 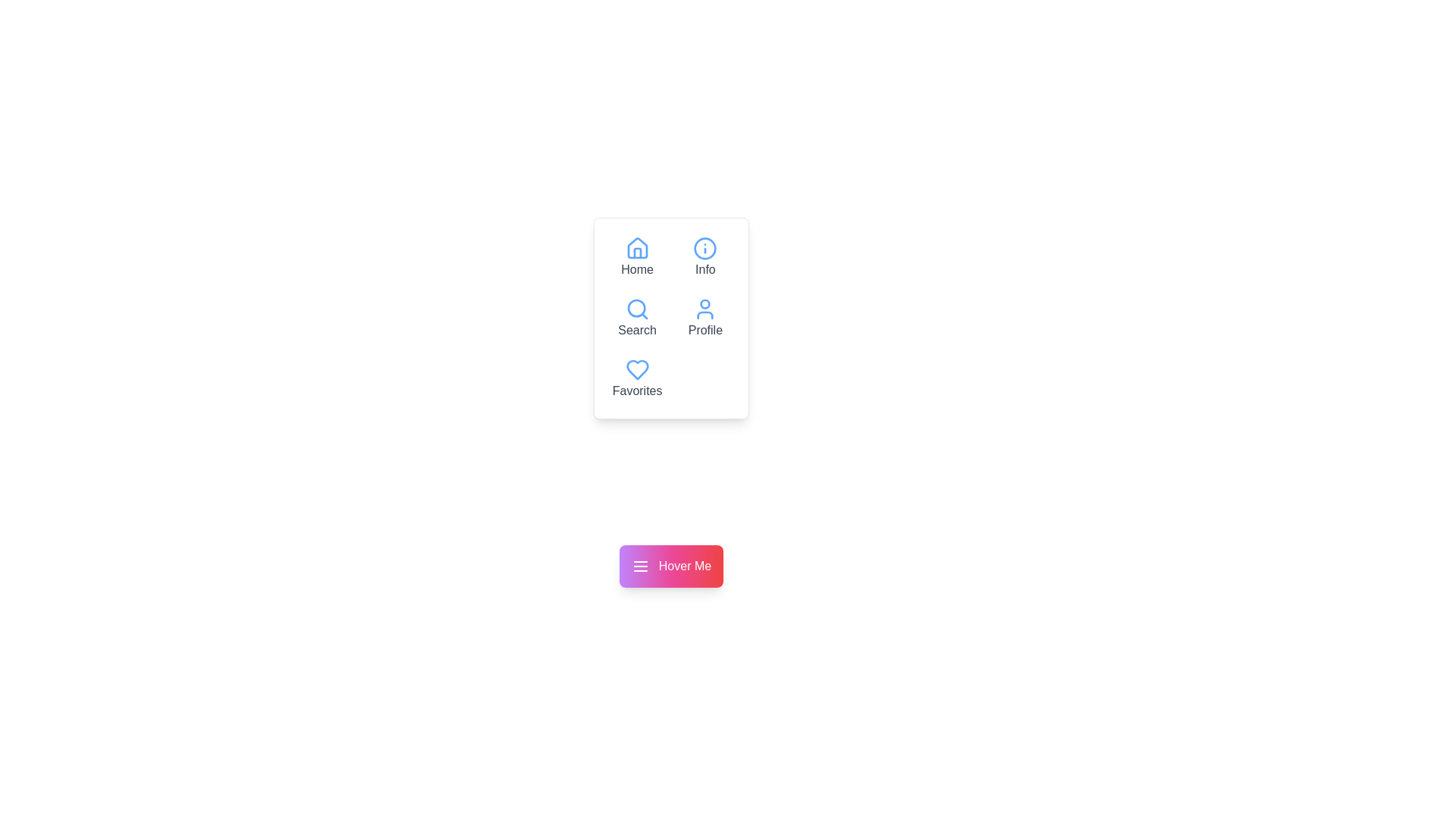 What do you see at coordinates (704, 318) in the screenshot?
I see `the 'Profile' icon button` at bounding box center [704, 318].